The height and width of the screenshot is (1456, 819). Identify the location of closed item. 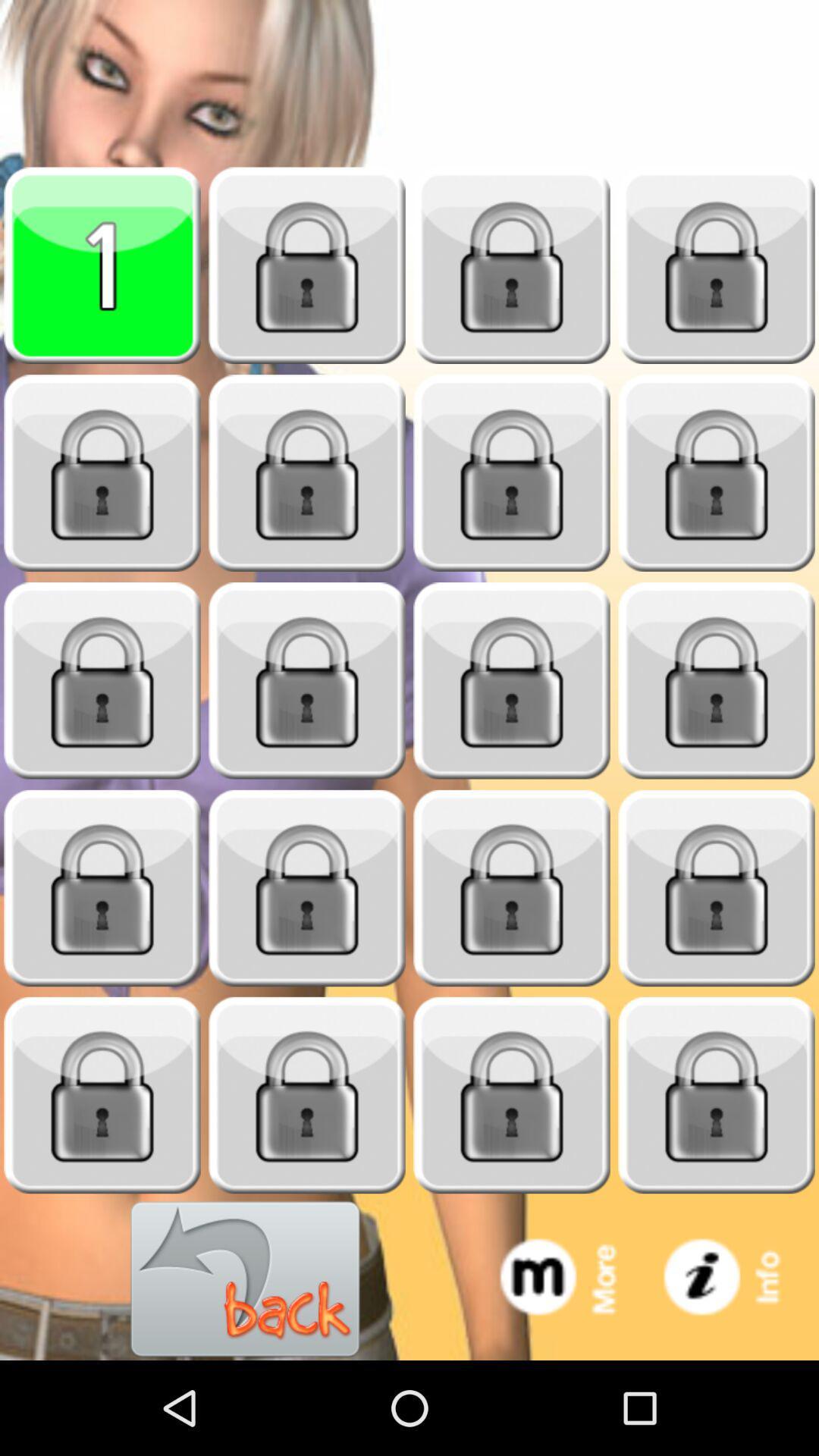
(307, 1095).